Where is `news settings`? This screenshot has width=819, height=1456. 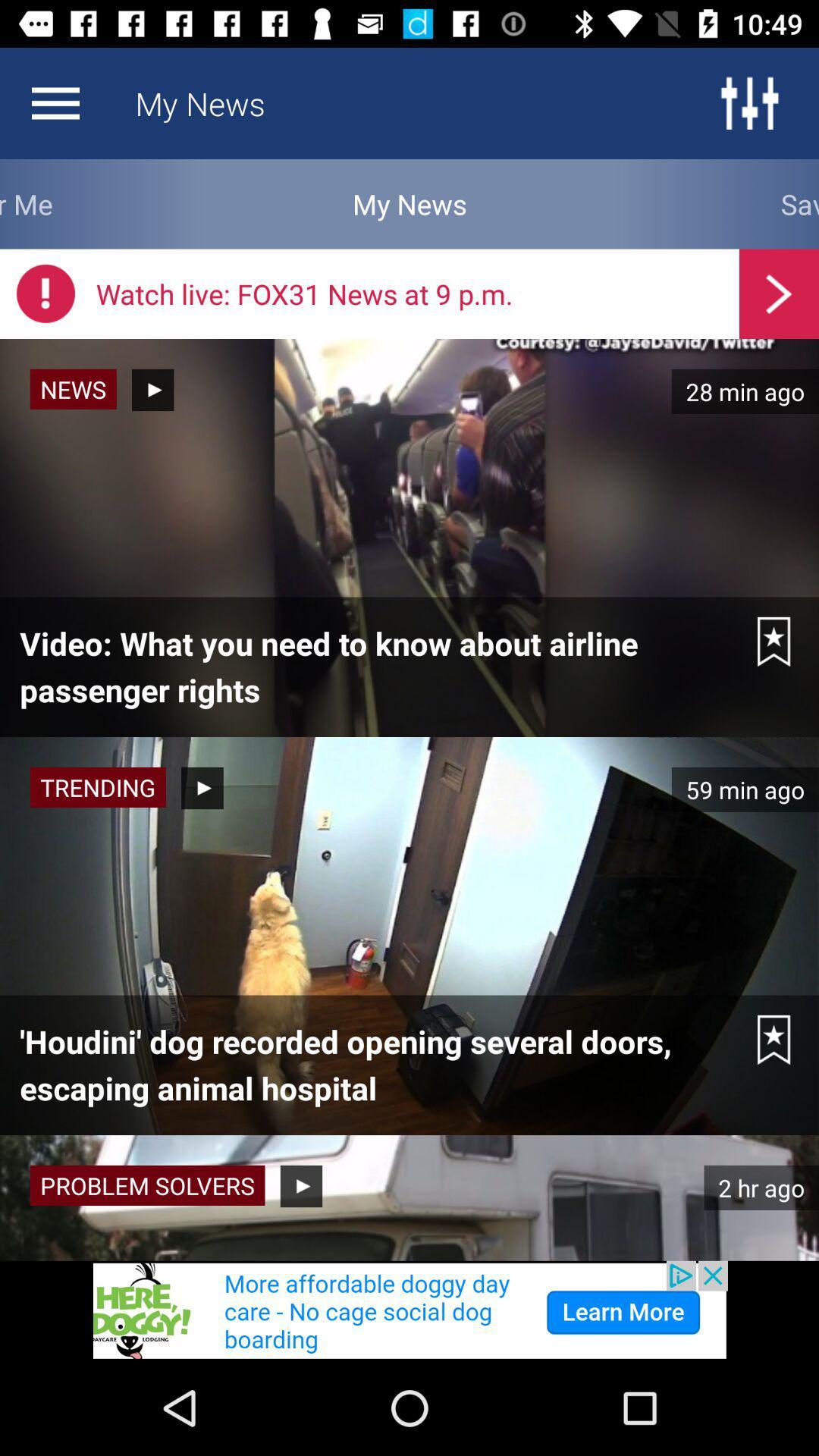 news settings is located at coordinates (55, 102).